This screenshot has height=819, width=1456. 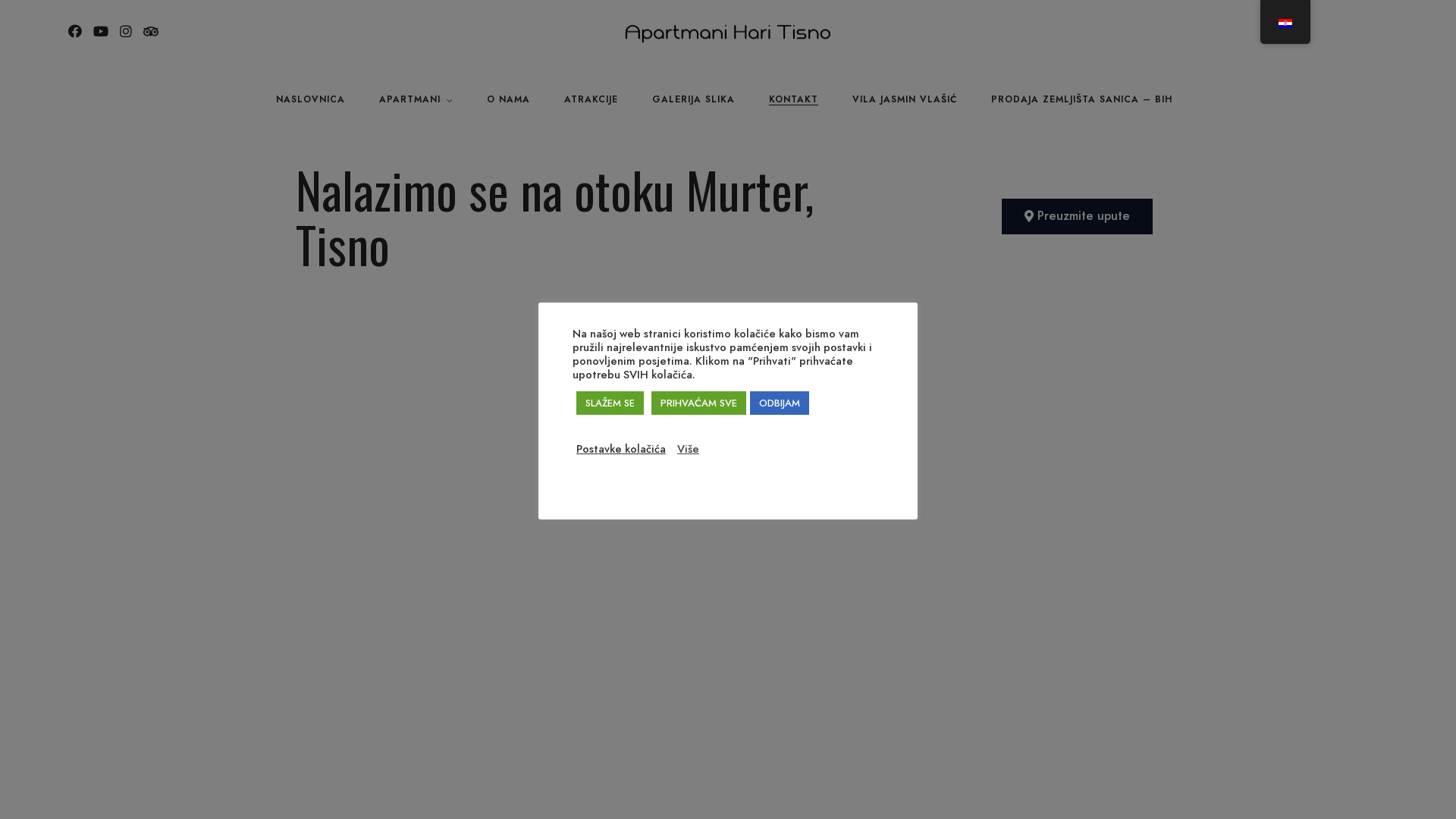 What do you see at coordinates (768, 99) in the screenshot?
I see `'KONTAKT'` at bounding box center [768, 99].